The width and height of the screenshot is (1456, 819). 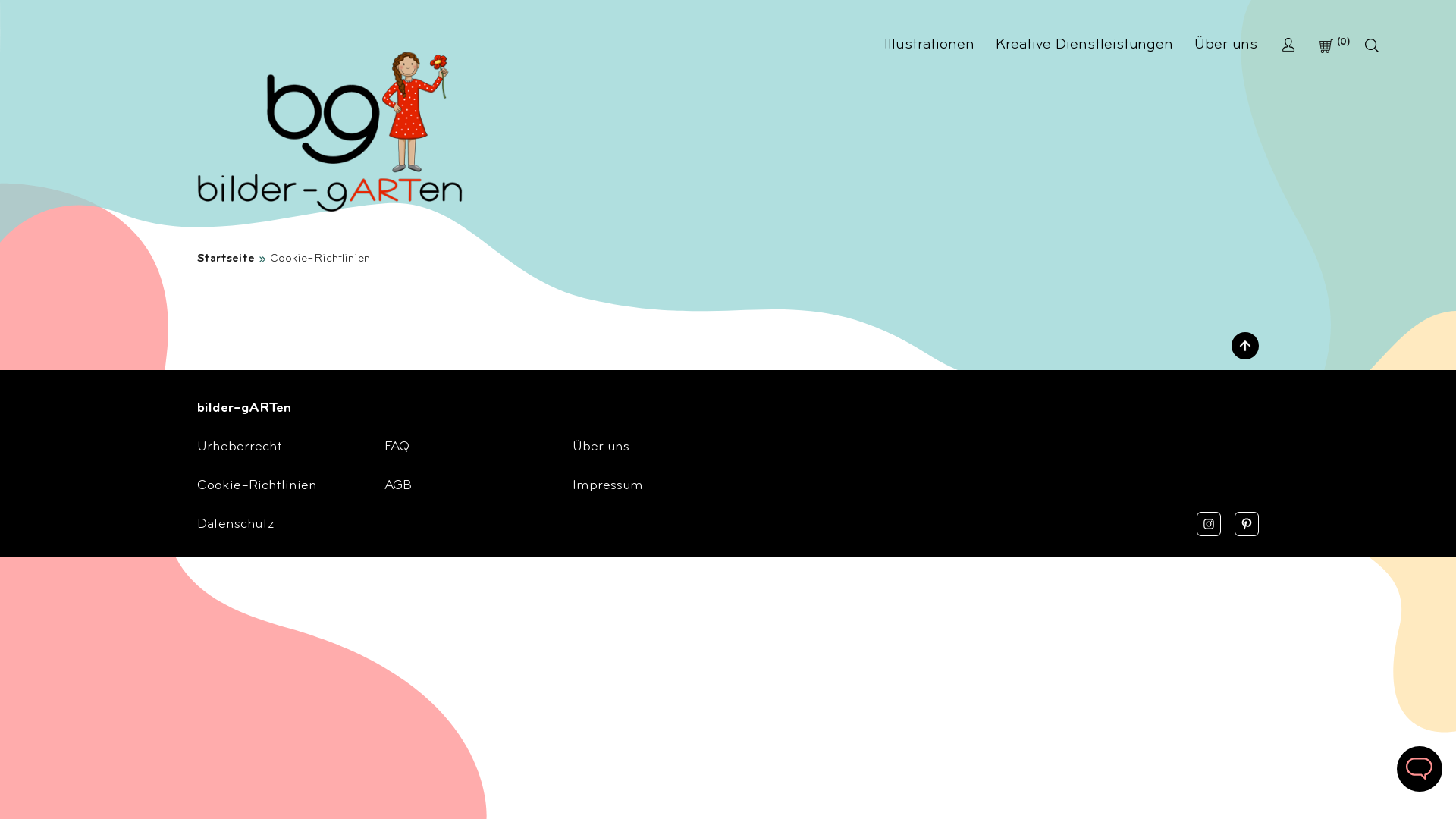 I want to click on 'Kreative Dienstleistungen', so click(x=1084, y=45).